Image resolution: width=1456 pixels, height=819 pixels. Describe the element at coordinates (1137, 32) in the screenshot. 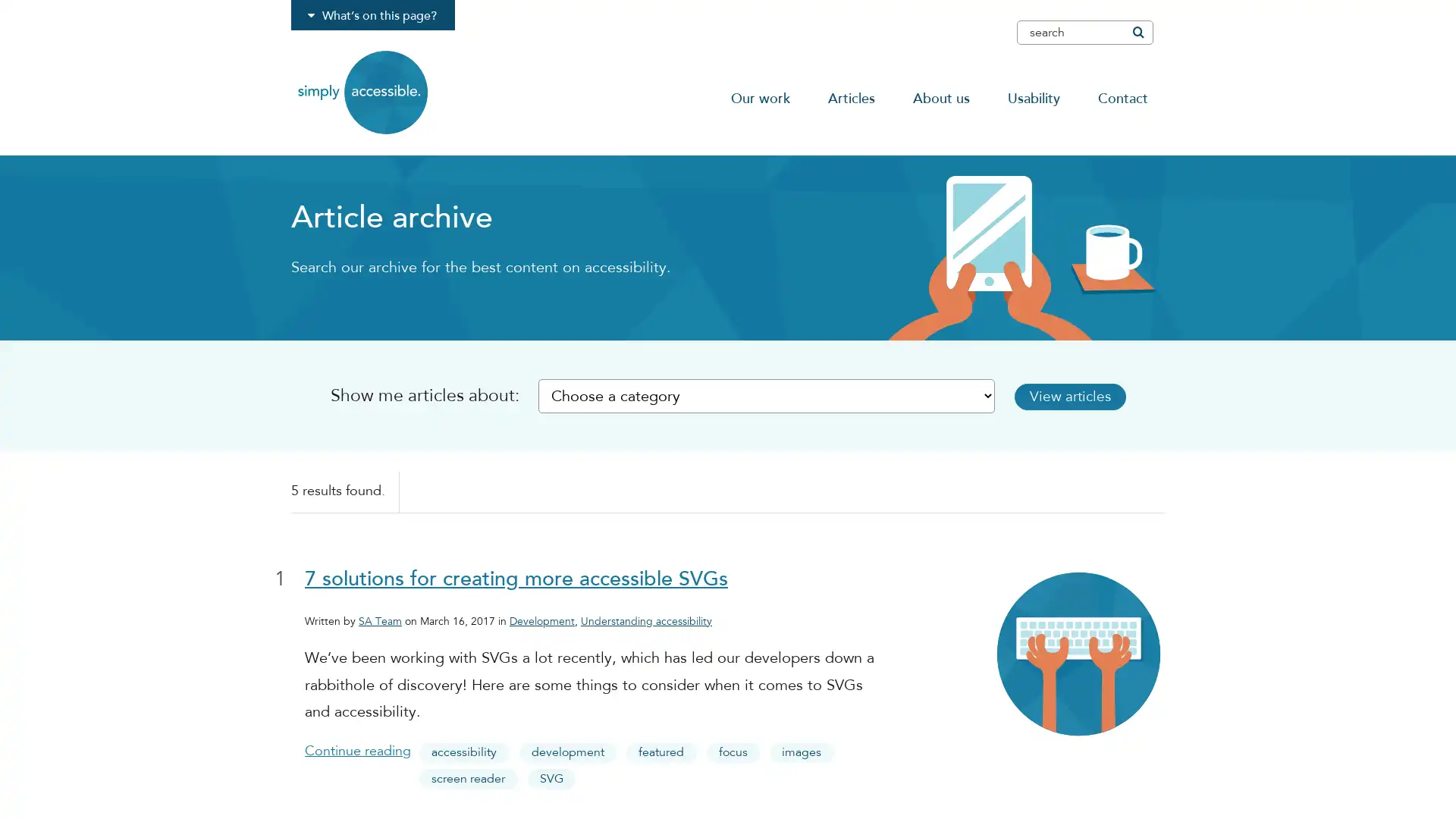

I see `Submit Search` at that location.